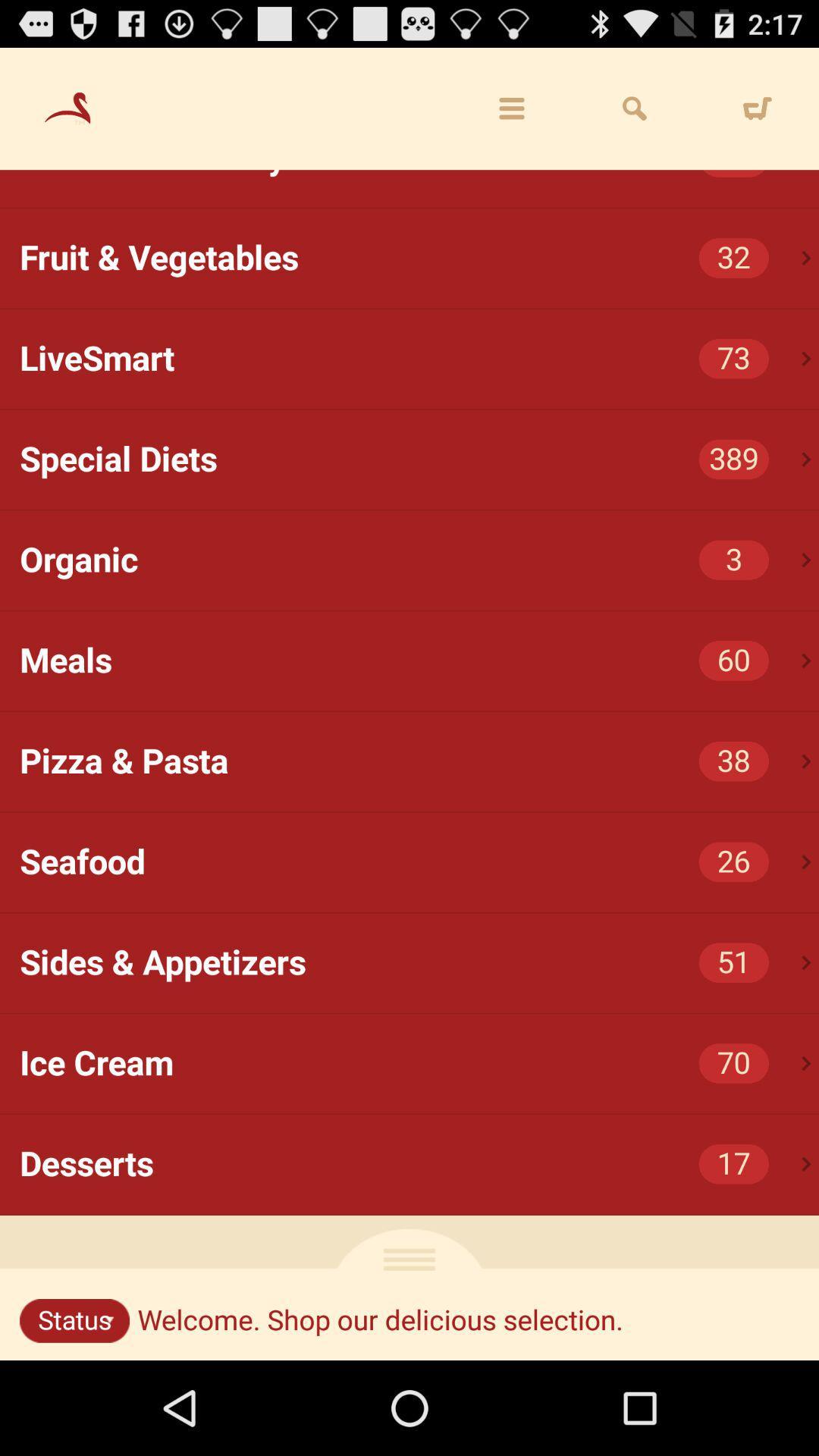  What do you see at coordinates (419, 1062) in the screenshot?
I see `ice cream item` at bounding box center [419, 1062].